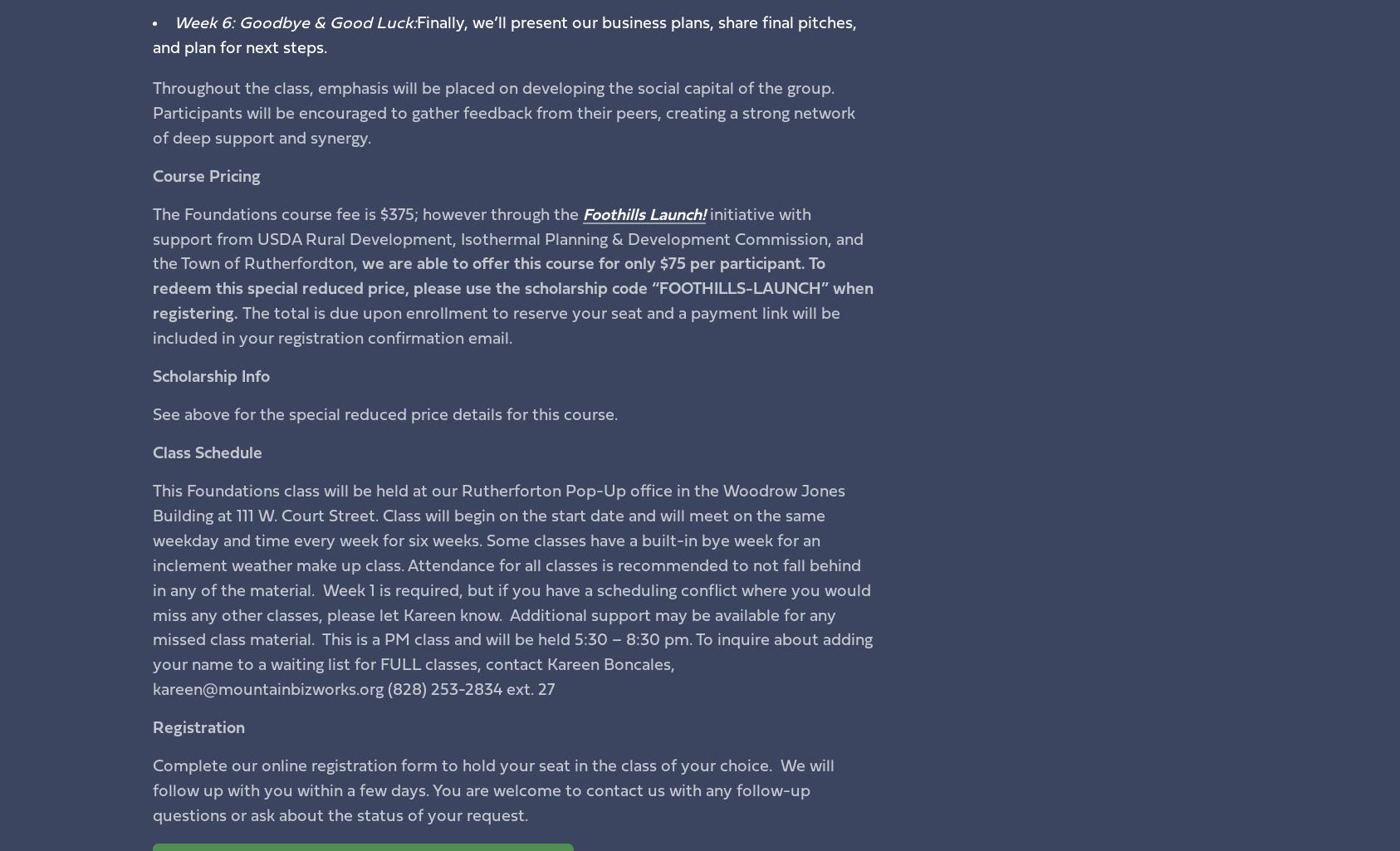 The height and width of the screenshot is (851, 1400). I want to click on 'Course Pricing', so click(206, 176).